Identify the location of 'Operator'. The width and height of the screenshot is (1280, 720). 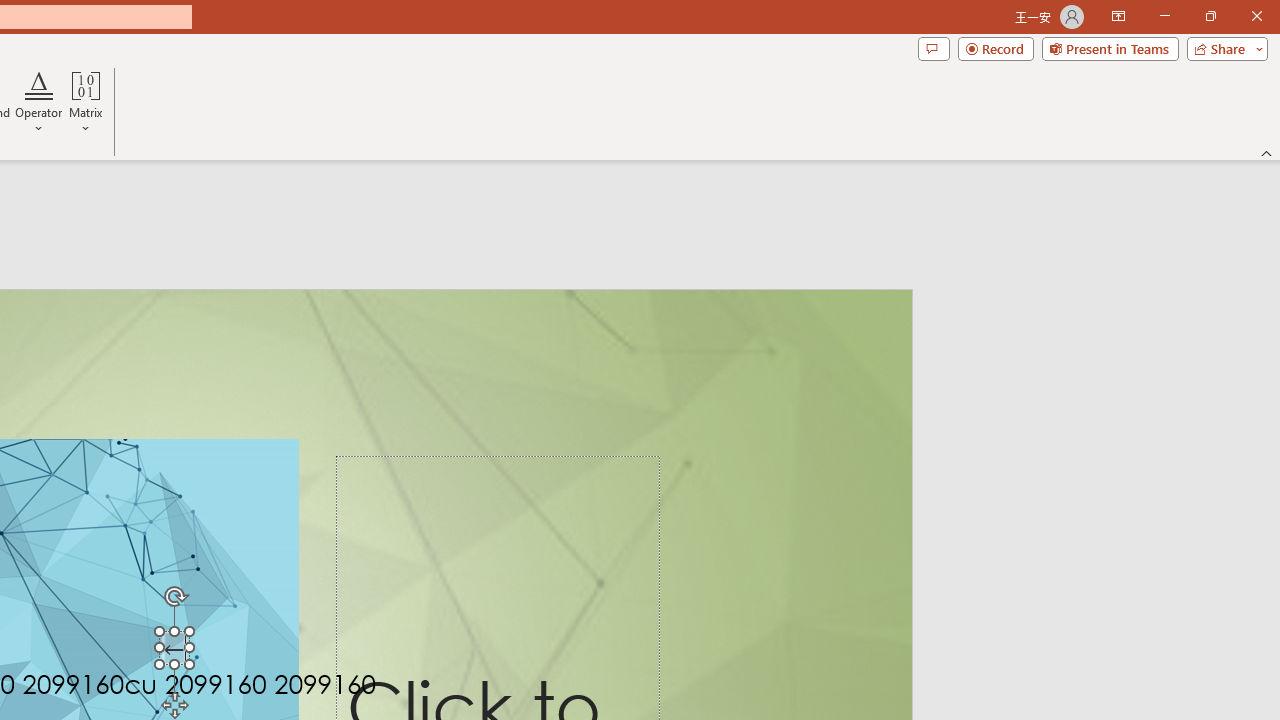
(39, 103).